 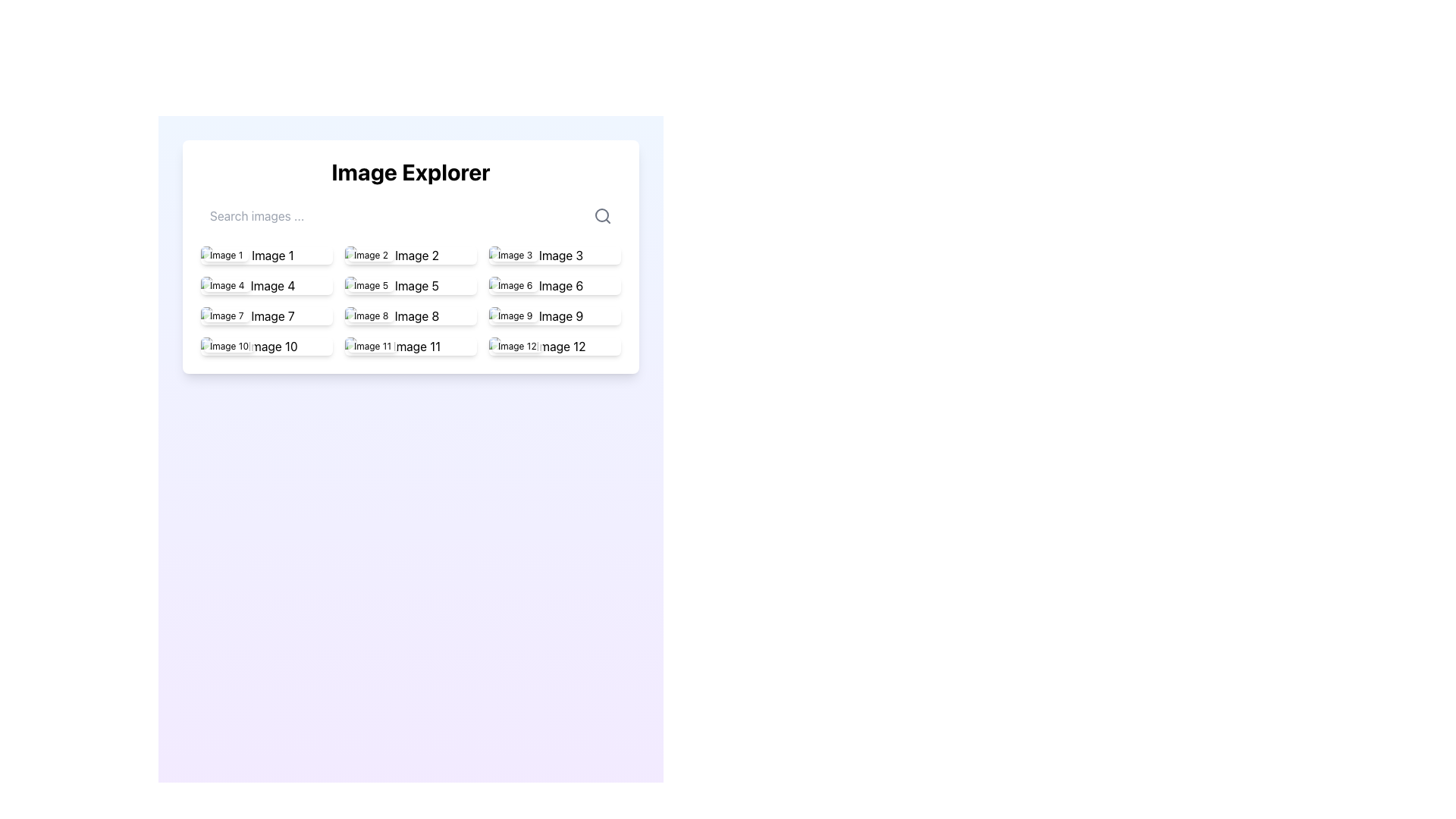 I want to click on the Text label located at the bottom-left of the image thumbnail labeled 'Image 4' in the grid layout of 'Image Explorer', so click(x=226, y=286).